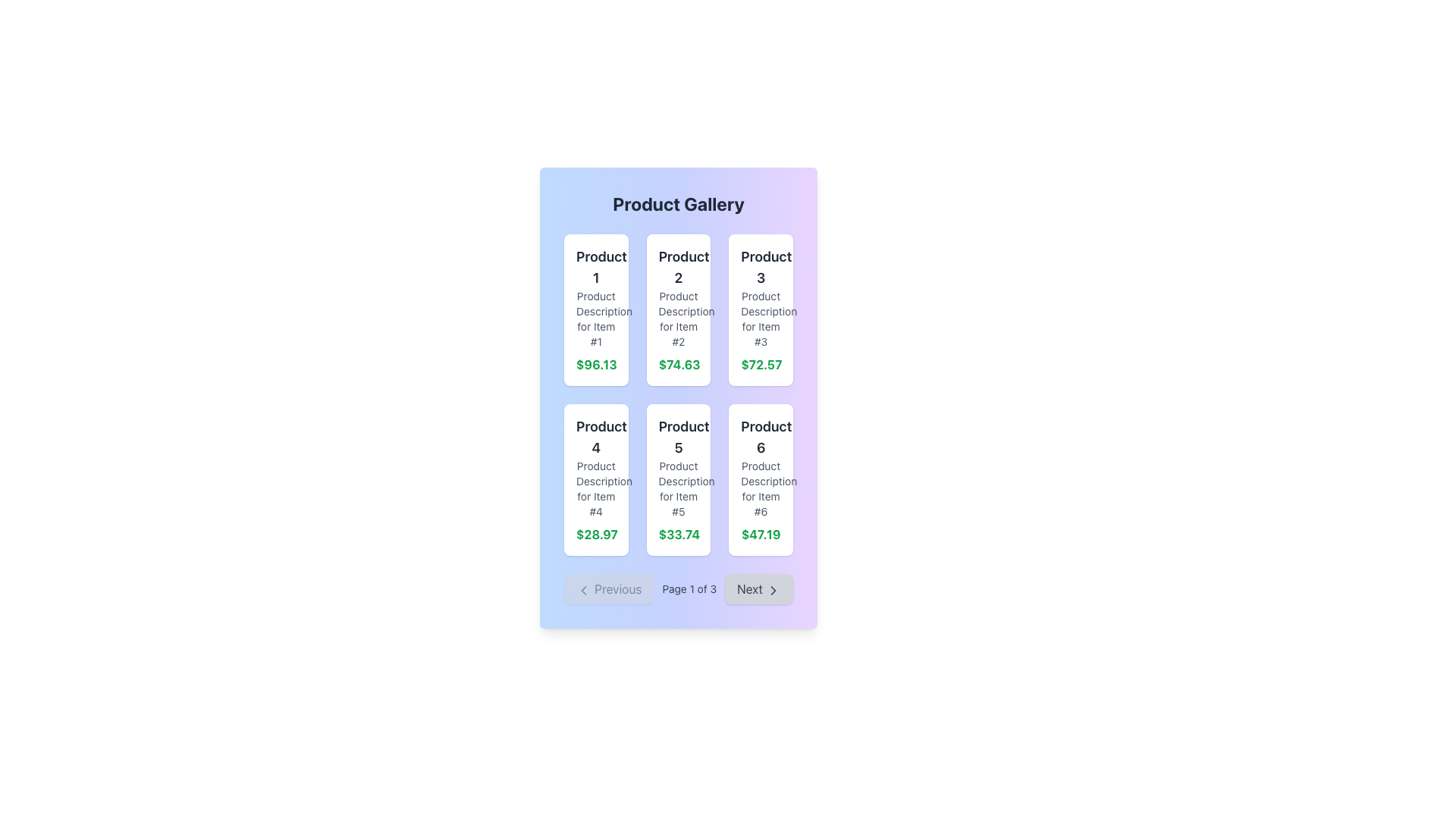 This screenshot has width=1456, height=819. What do you see at coordinates (677, 309) in the screenshot?
I see `the Card component displaying 'Product 2' in bold text, with a description and price below, located in the second column of the first row of a 3x2 grid layout` at bounding box center [677, 309].